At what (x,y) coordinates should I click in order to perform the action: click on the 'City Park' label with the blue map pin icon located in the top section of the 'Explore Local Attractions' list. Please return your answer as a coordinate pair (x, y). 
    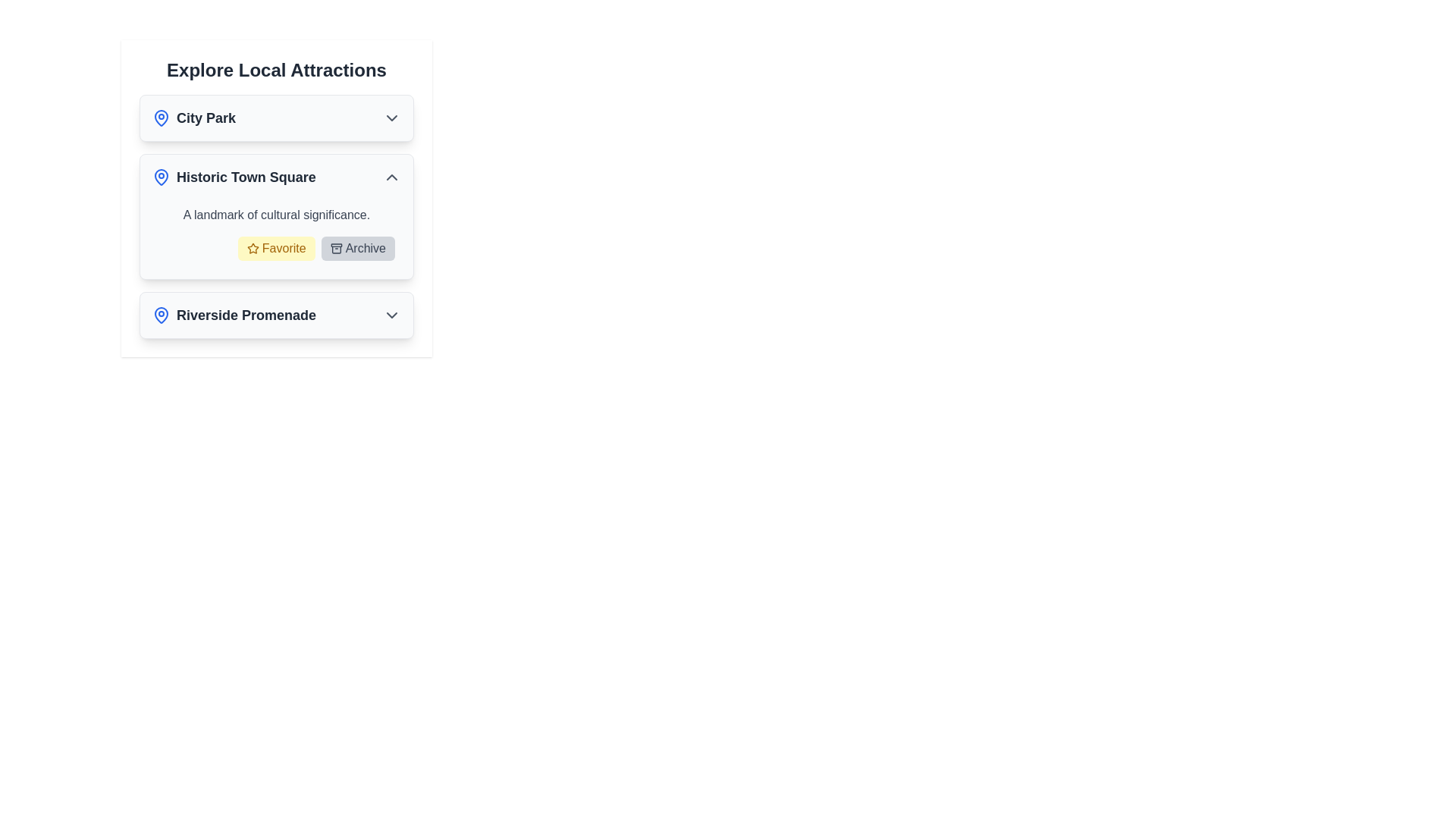
    Looking at the image, I should click on (193, 117).